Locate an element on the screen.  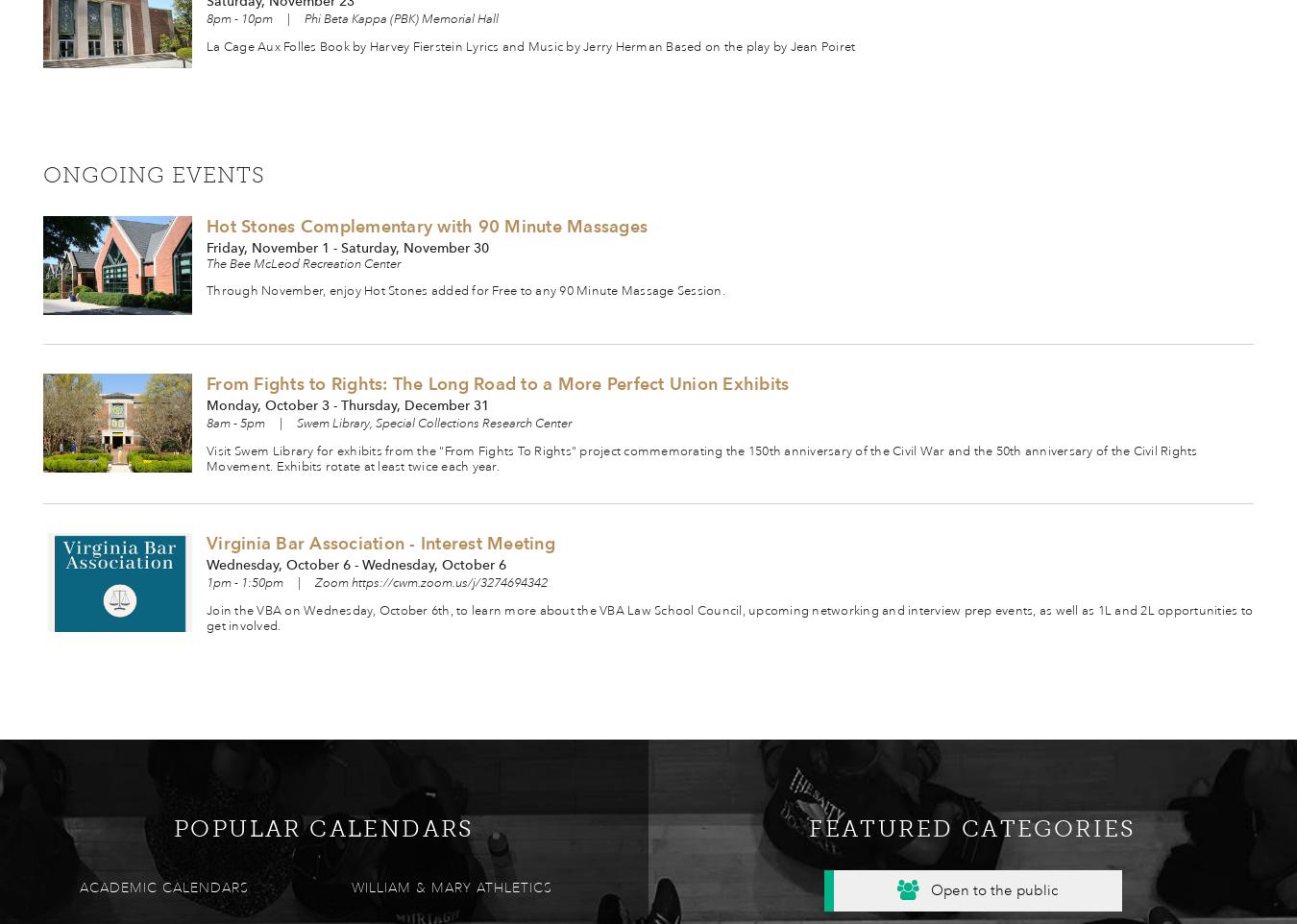
'Monday, October 3 - Thursday, December 31' is located at coordinates (347, 403).